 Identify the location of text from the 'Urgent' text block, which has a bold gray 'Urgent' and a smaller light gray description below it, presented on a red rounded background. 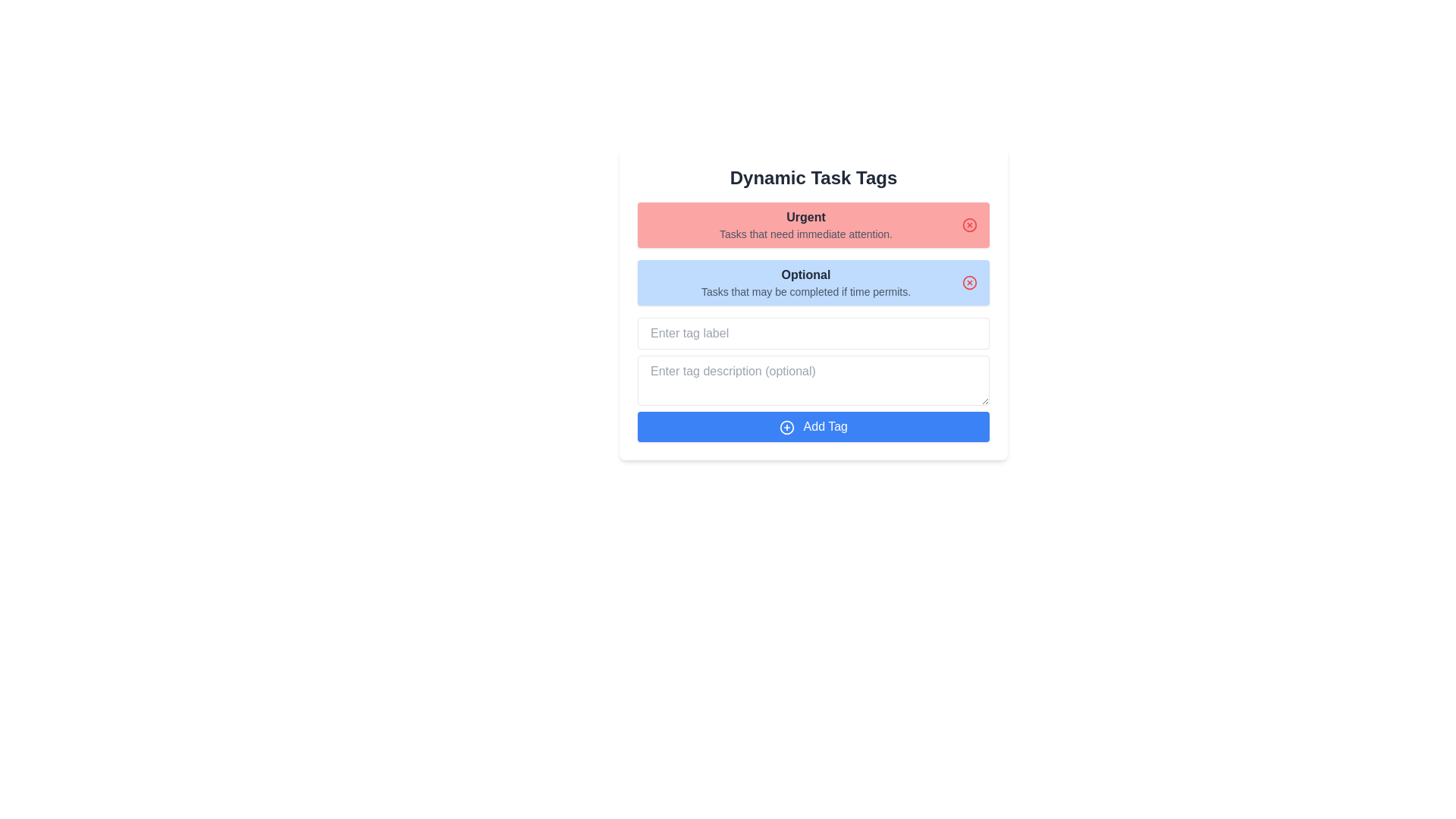
(805, 225).